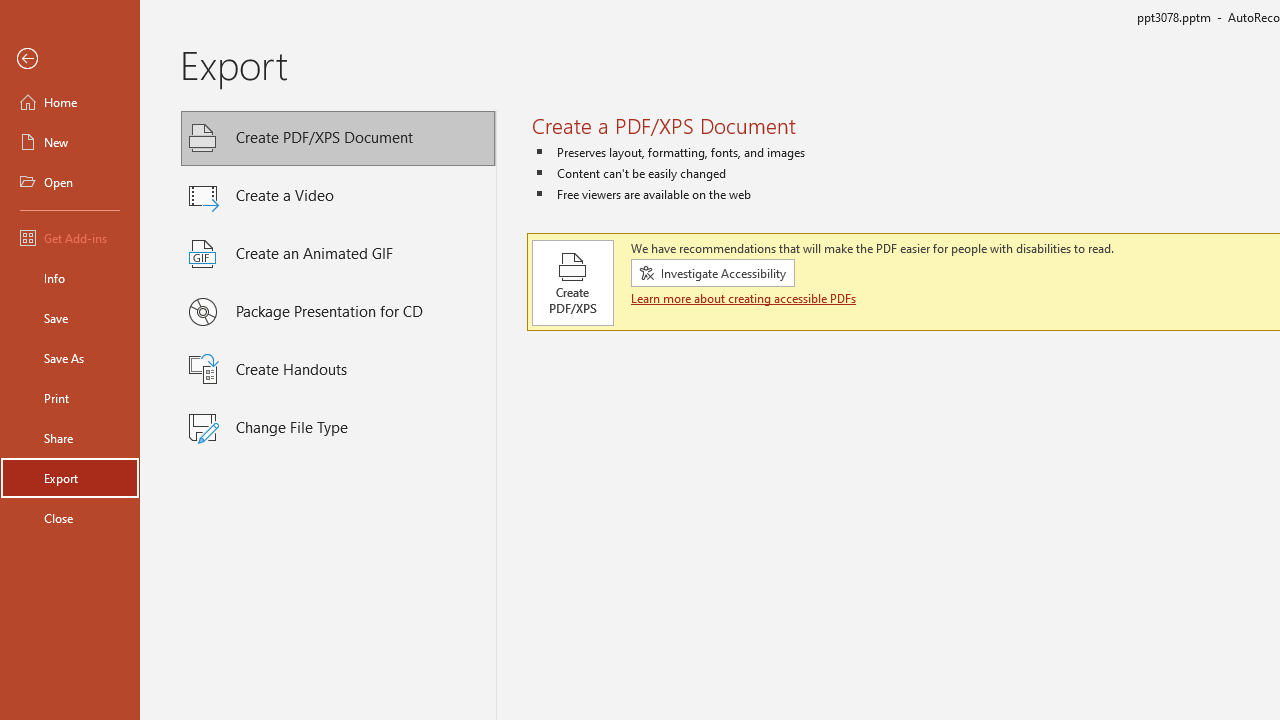 This screenshot has width=1280, height=720. What do you see at coordinates (744, 298) in the screenshot?
I see `'Learn more about creating accessible PDFs'` at bounding box center [744, 298].